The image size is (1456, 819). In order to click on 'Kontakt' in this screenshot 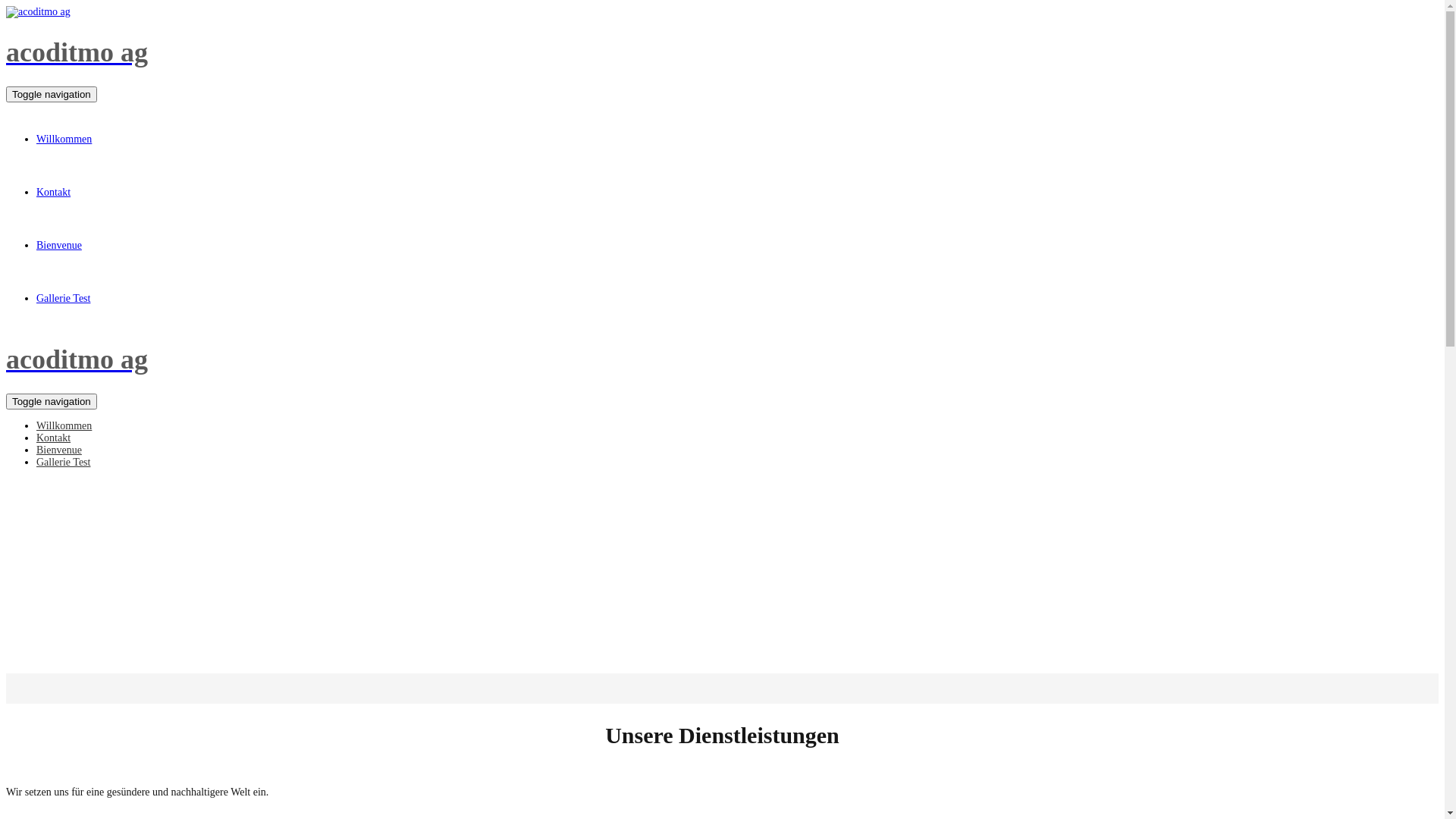, I will do `click(53, 438)`.